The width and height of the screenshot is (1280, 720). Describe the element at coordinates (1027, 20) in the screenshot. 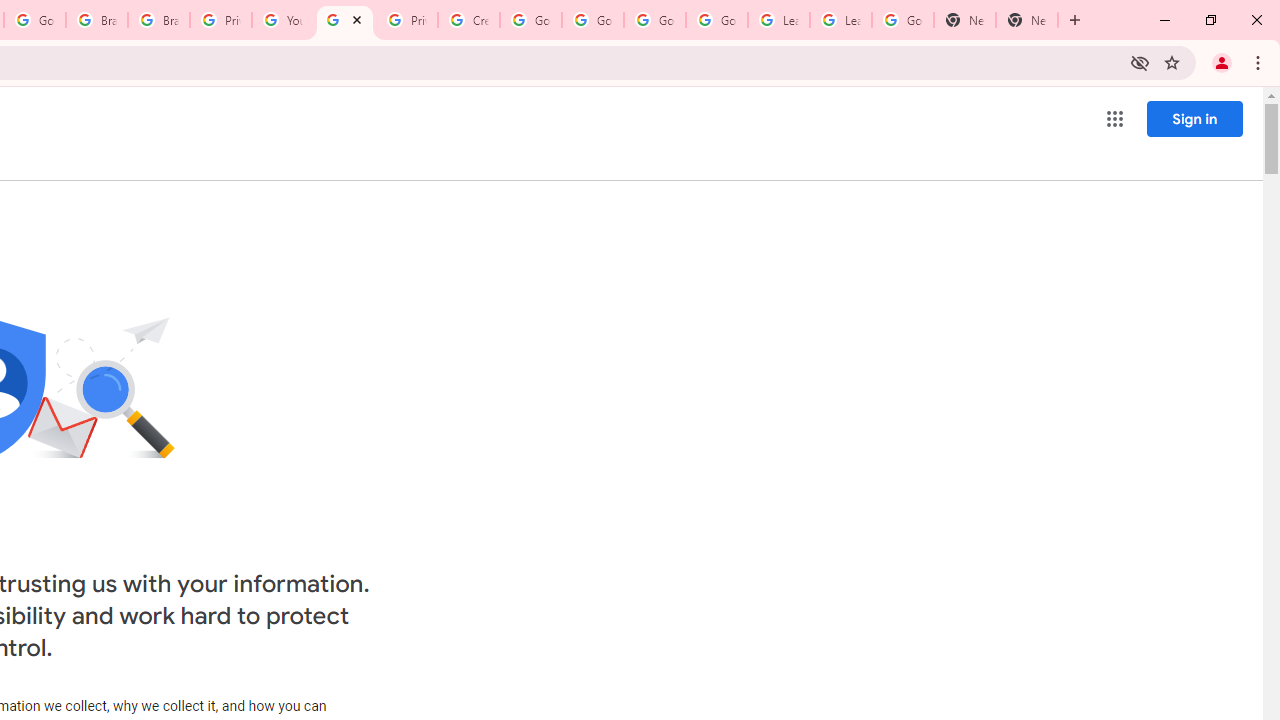

I see `'New Tab'` at that location.